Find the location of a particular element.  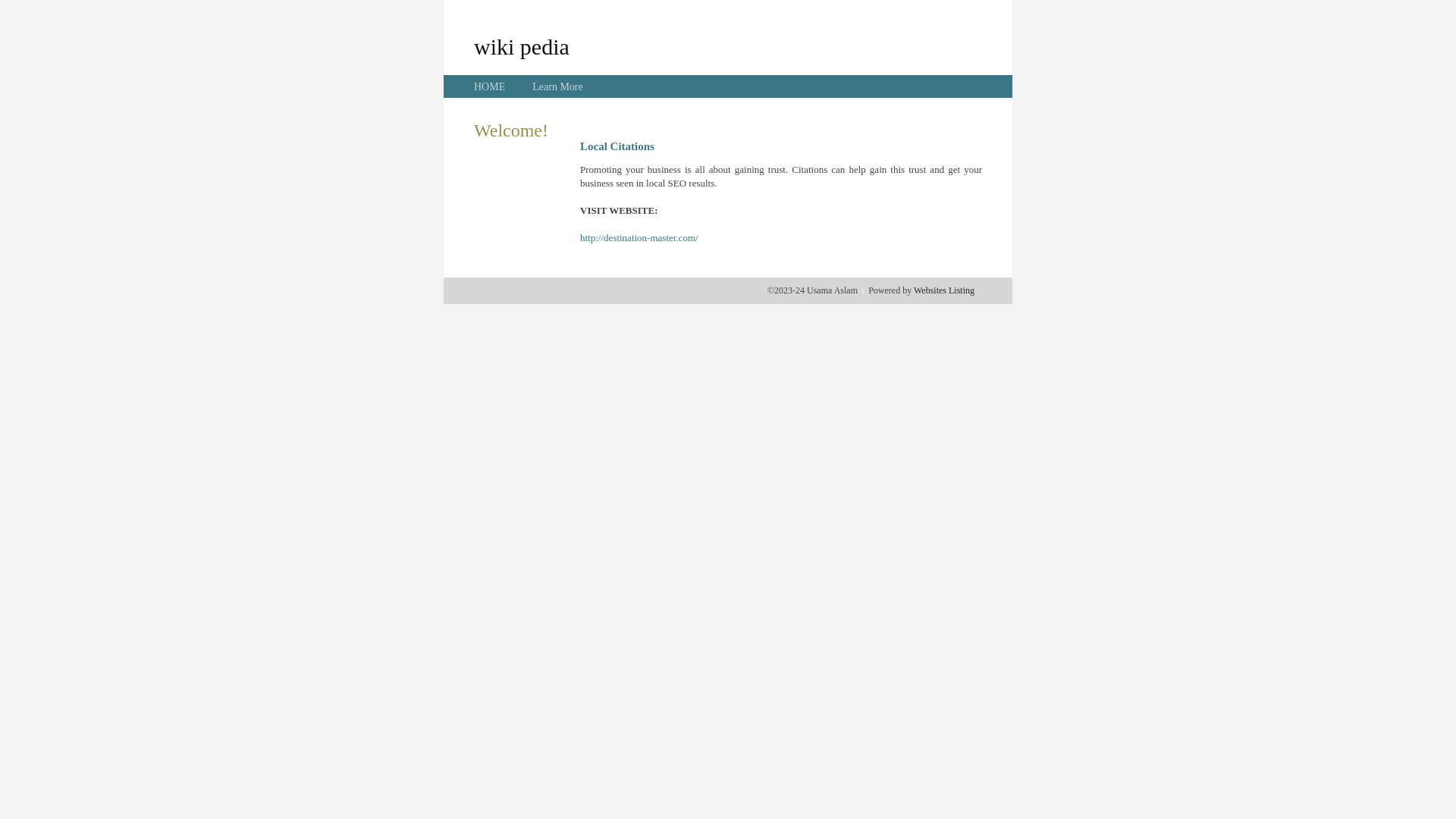

'Learn More' is located at coordinates (532, 86).